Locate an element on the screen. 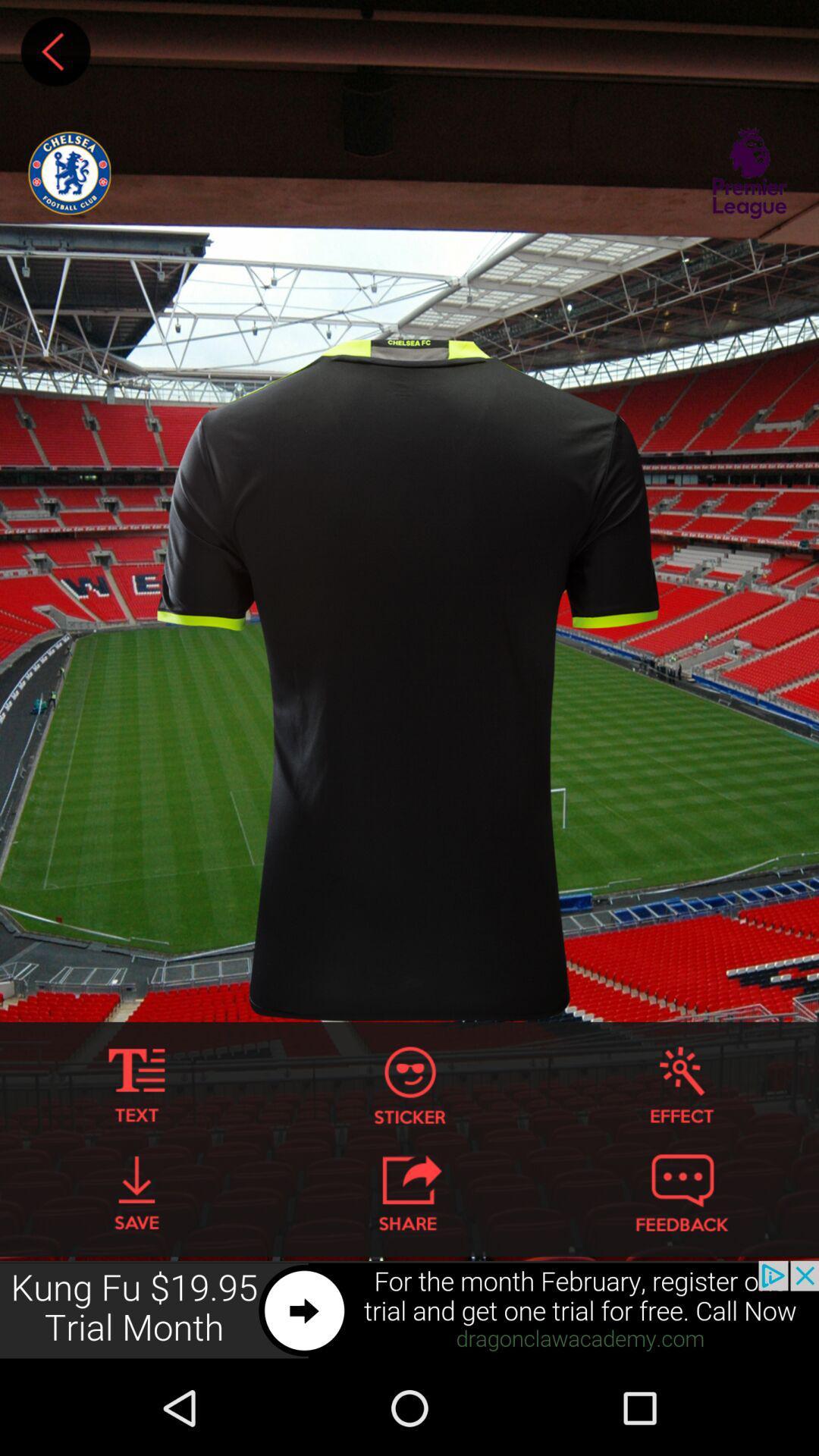  share the image is located at coordinates (409, 1192).